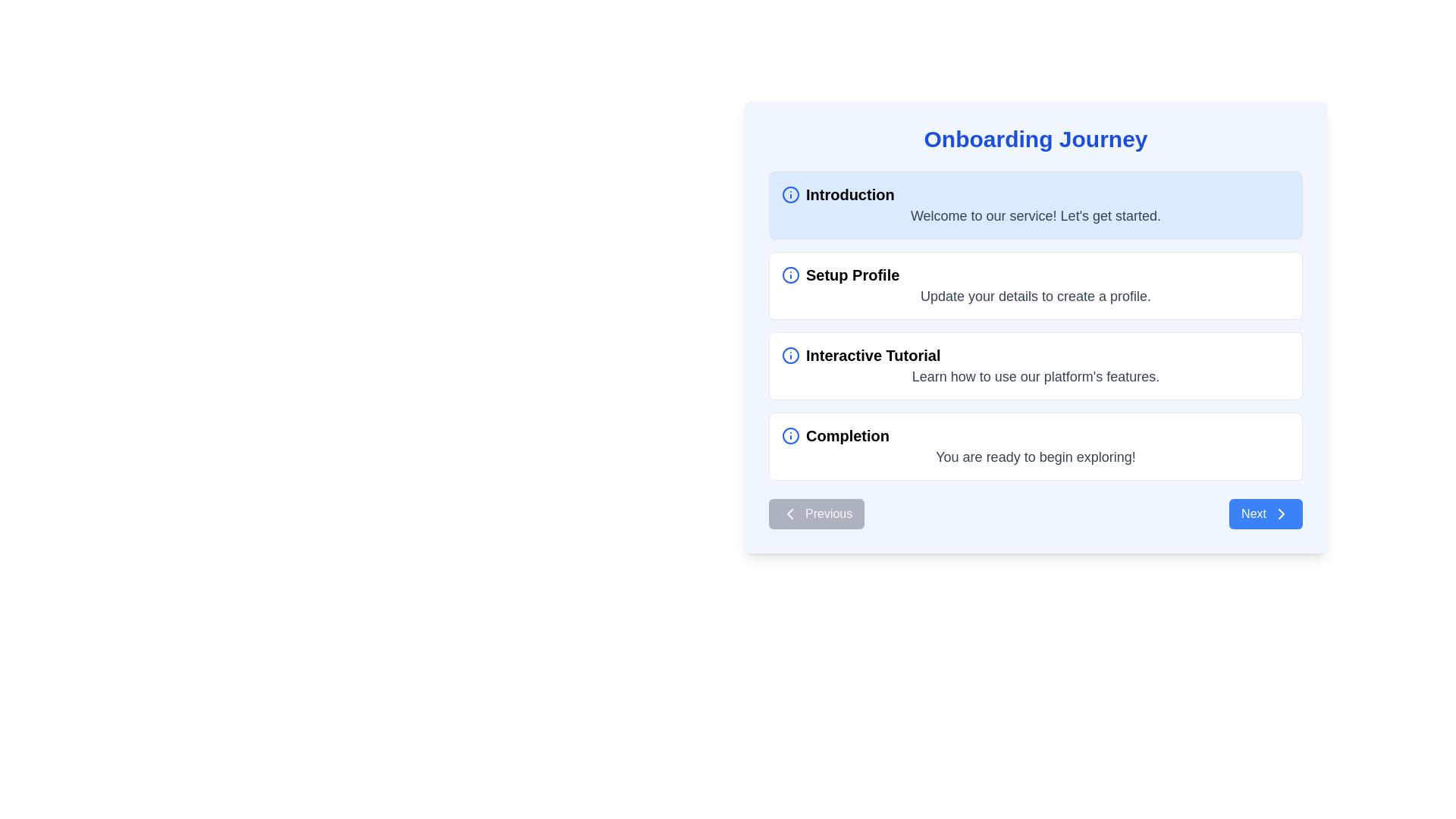 This screenshot has width=1456, height=819. Describe the element at coordinates (789, 435) in the screenshot. I see `the informational icon located to the left of the text 'Completion' in the last entry of the vertically arranged list` at that location.